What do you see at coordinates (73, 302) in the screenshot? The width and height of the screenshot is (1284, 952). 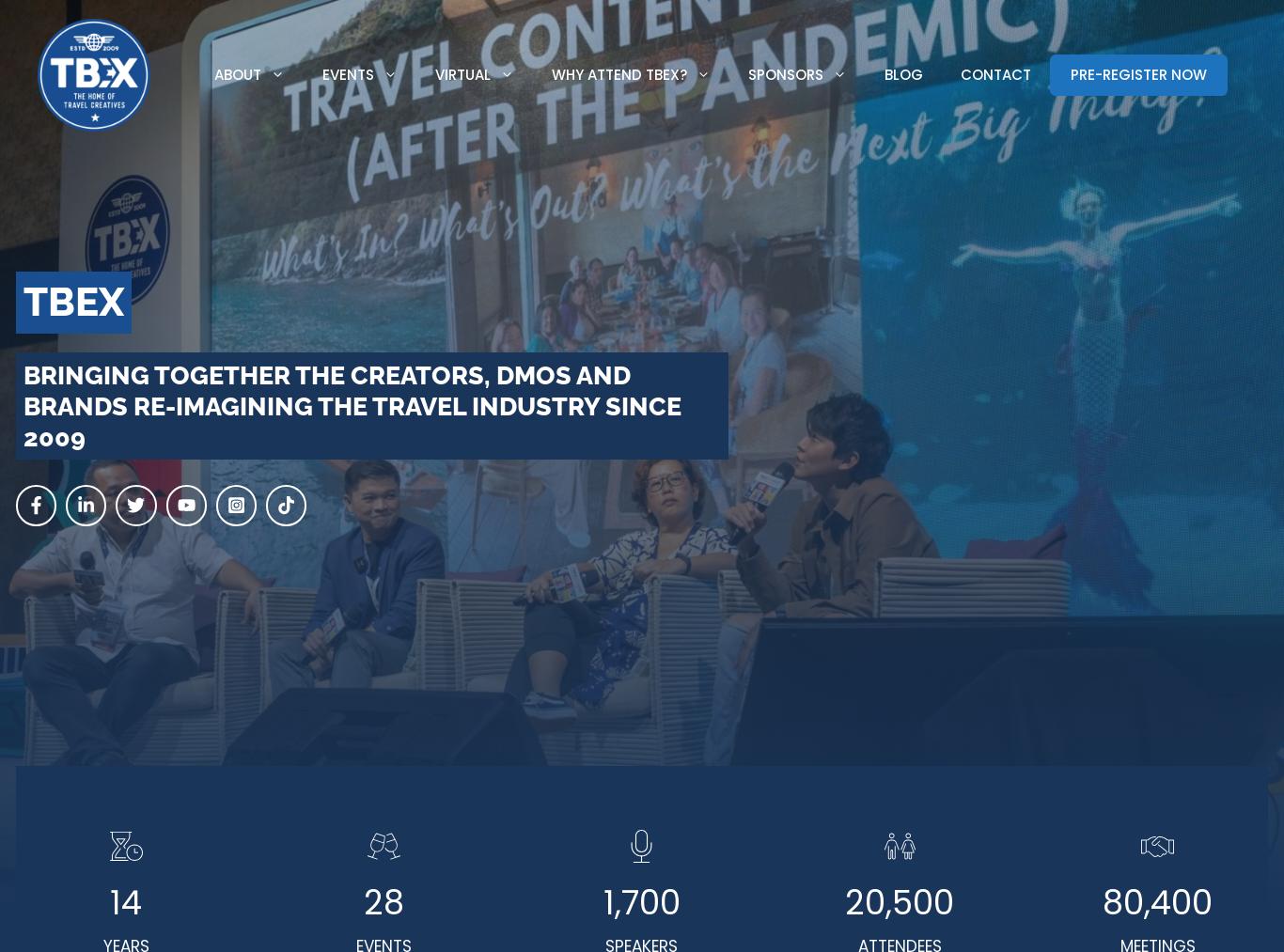 I see `'TBEX'` at bounding box center [73, 302].